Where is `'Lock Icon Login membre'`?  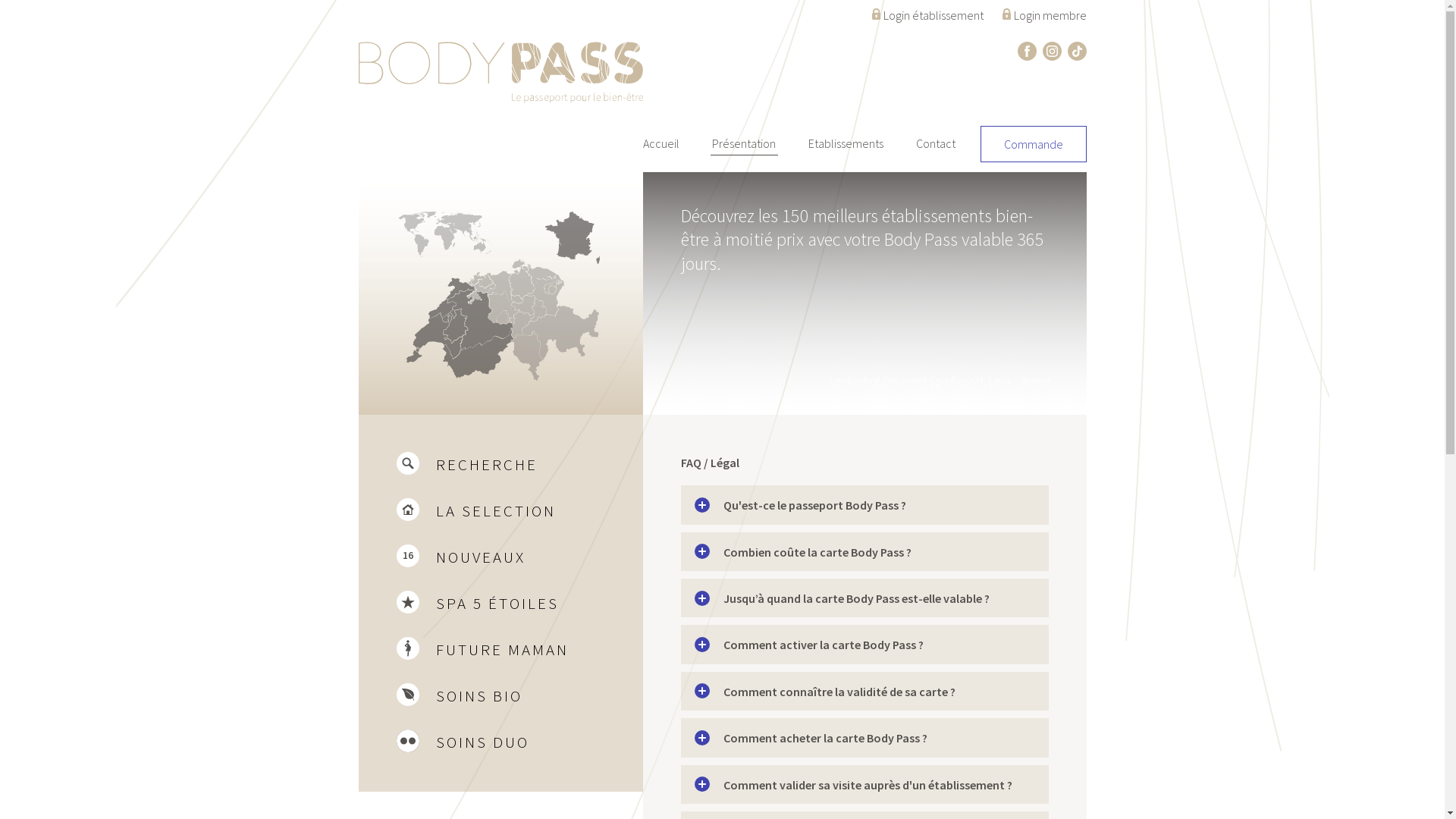 'Lock Icon Login membre' is located at coordinates (1043, 11).